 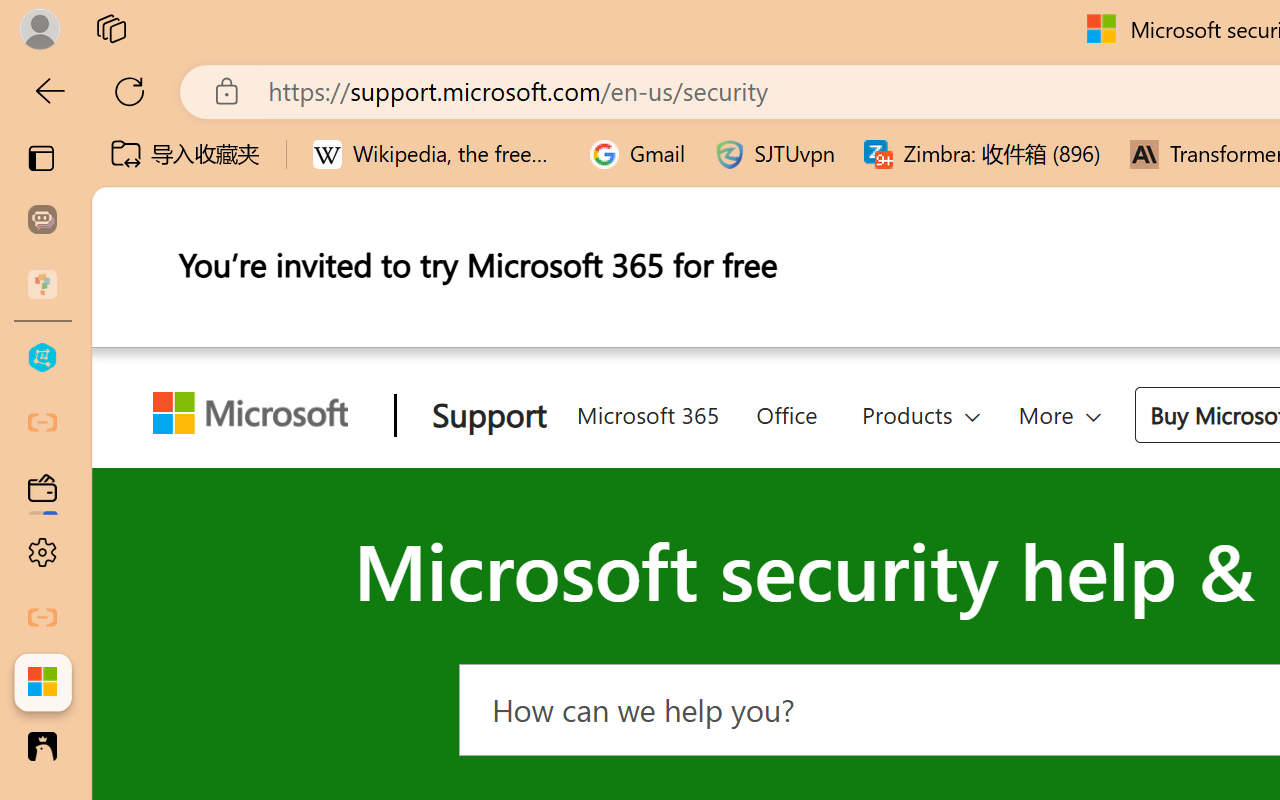 I want to click on 'Gmail', so click(x=637, y=154).